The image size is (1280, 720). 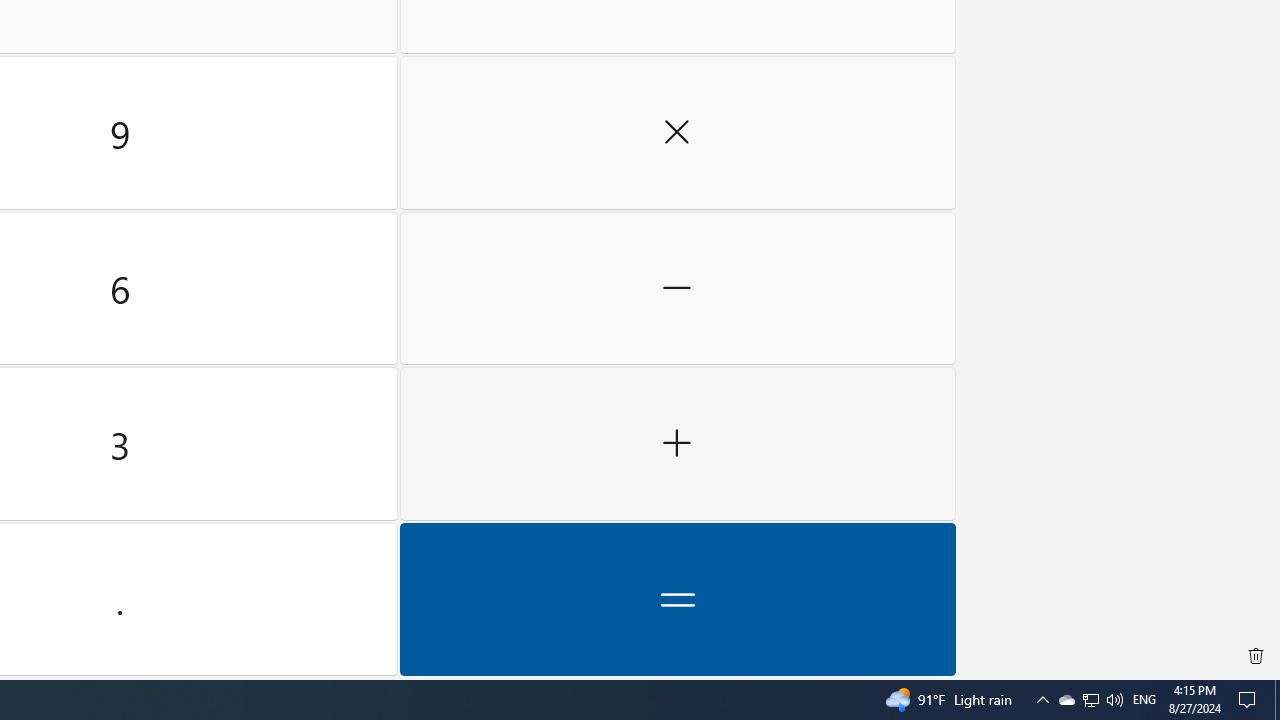 I want to click on 'Multiply by', so click(x=677, y=133).